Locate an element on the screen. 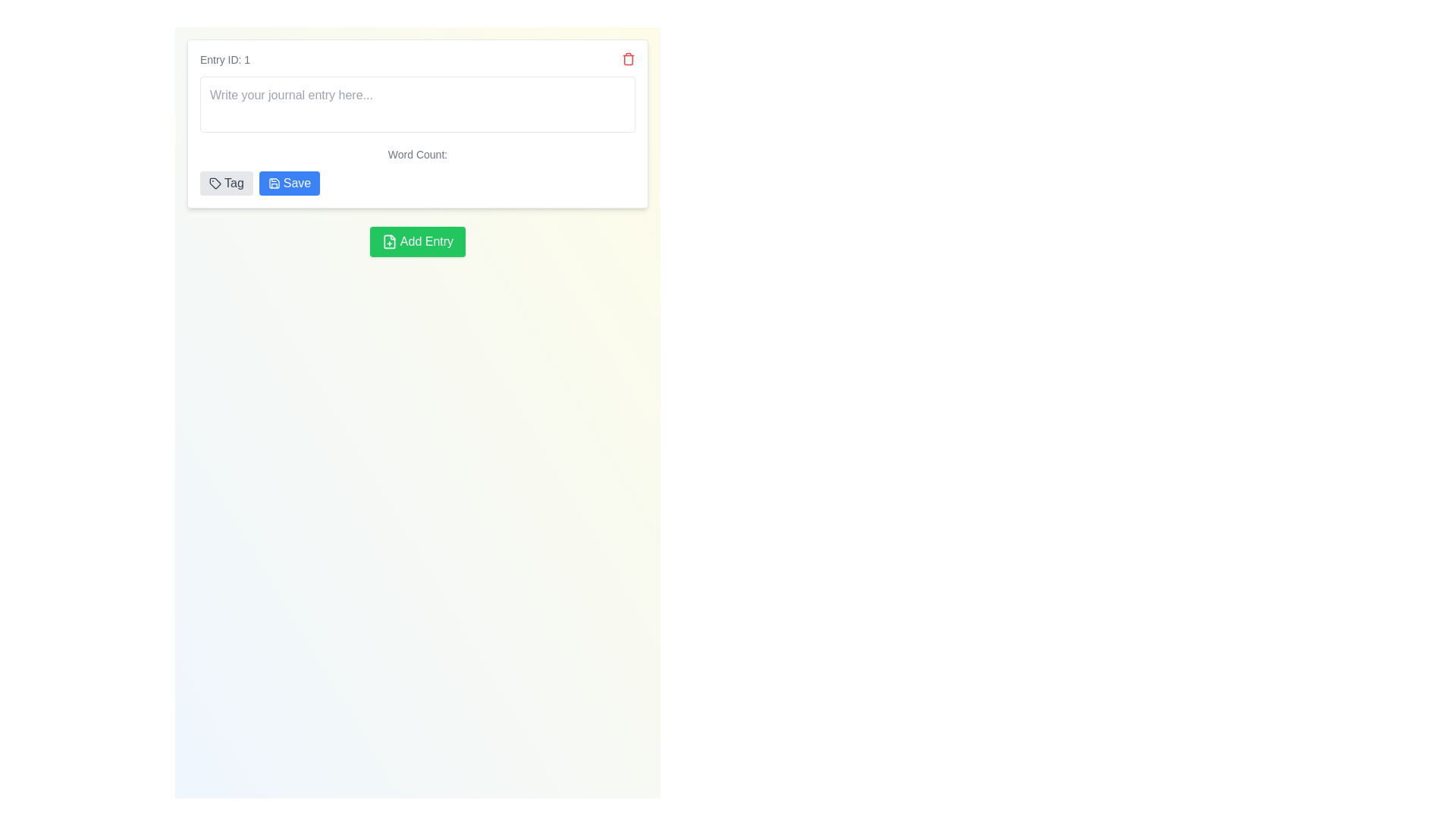  the 'Add Entry' text label styled in white font, which is part of a button with a green background and includes a file icon with a plus sign is located at coordinates (425, 241).